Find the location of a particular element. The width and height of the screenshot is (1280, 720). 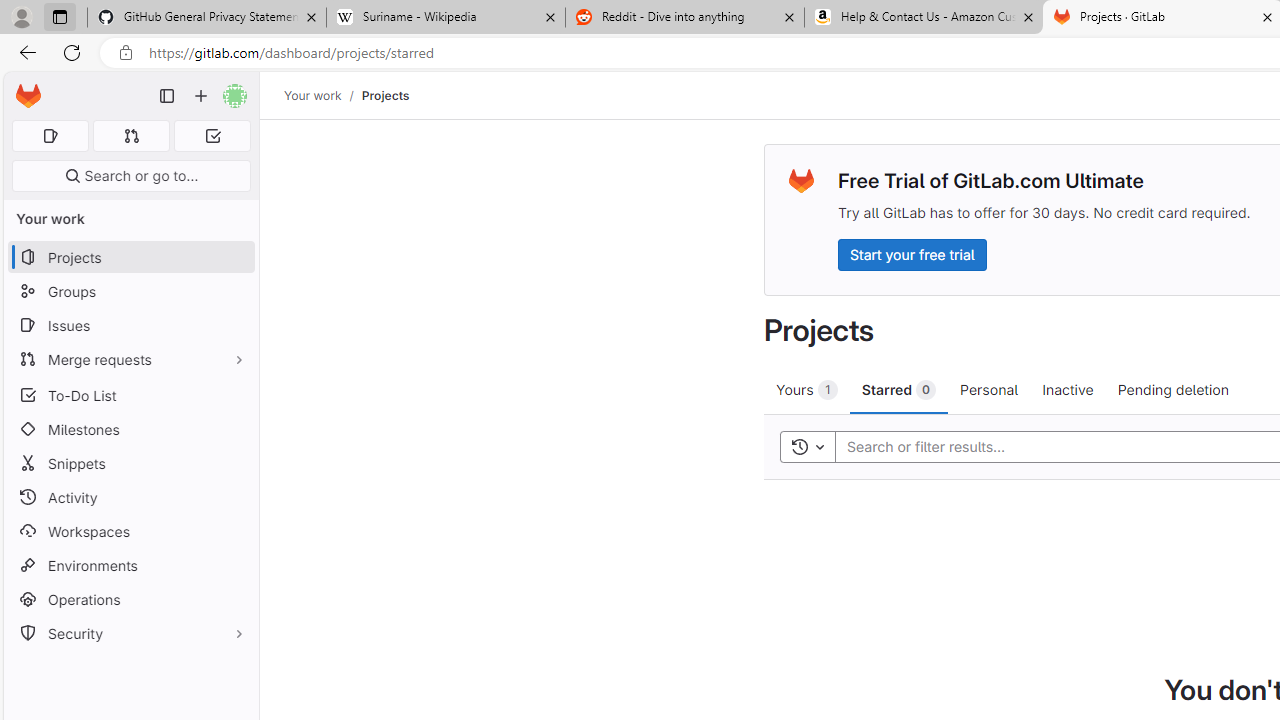

'Environments' is located at coordinates (130, 565).